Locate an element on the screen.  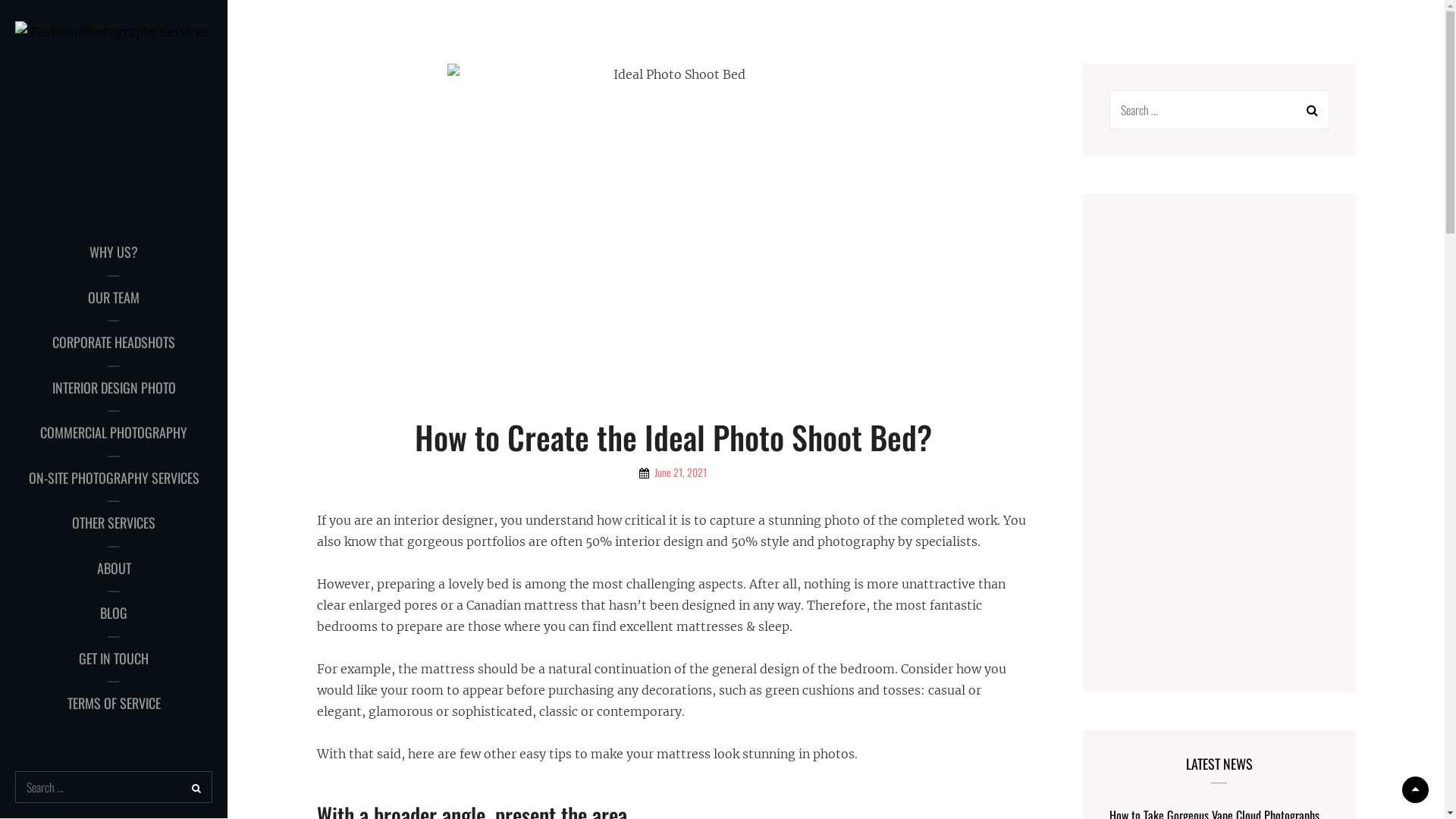
'COMMERCIAL PHOTOGRAPHY' is located at coordinates (112, 432).